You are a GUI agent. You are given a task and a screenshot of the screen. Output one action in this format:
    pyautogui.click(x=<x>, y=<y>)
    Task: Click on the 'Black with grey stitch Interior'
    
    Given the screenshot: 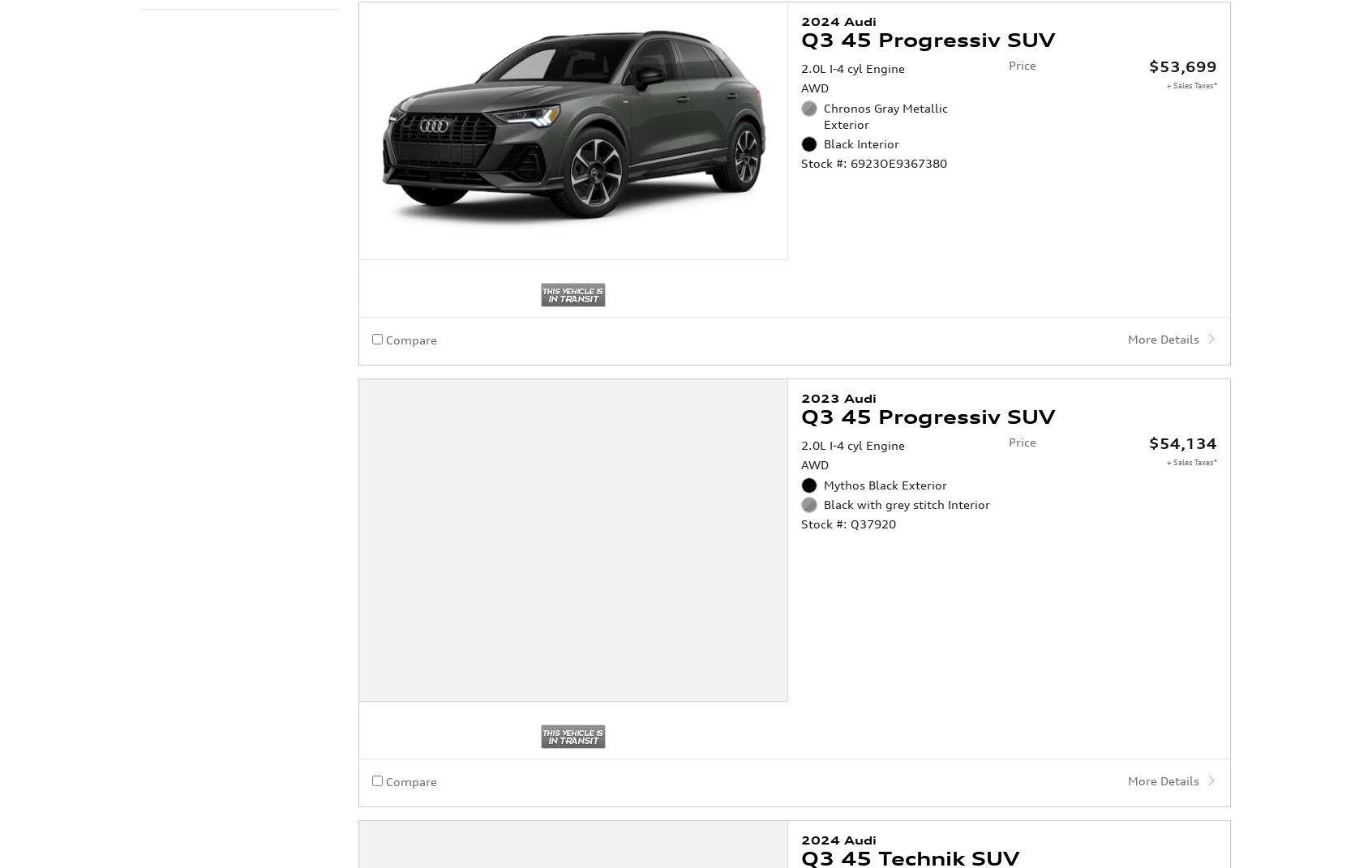 What is the action you would take?
    pyautogui.click(x=907, y=502)
    